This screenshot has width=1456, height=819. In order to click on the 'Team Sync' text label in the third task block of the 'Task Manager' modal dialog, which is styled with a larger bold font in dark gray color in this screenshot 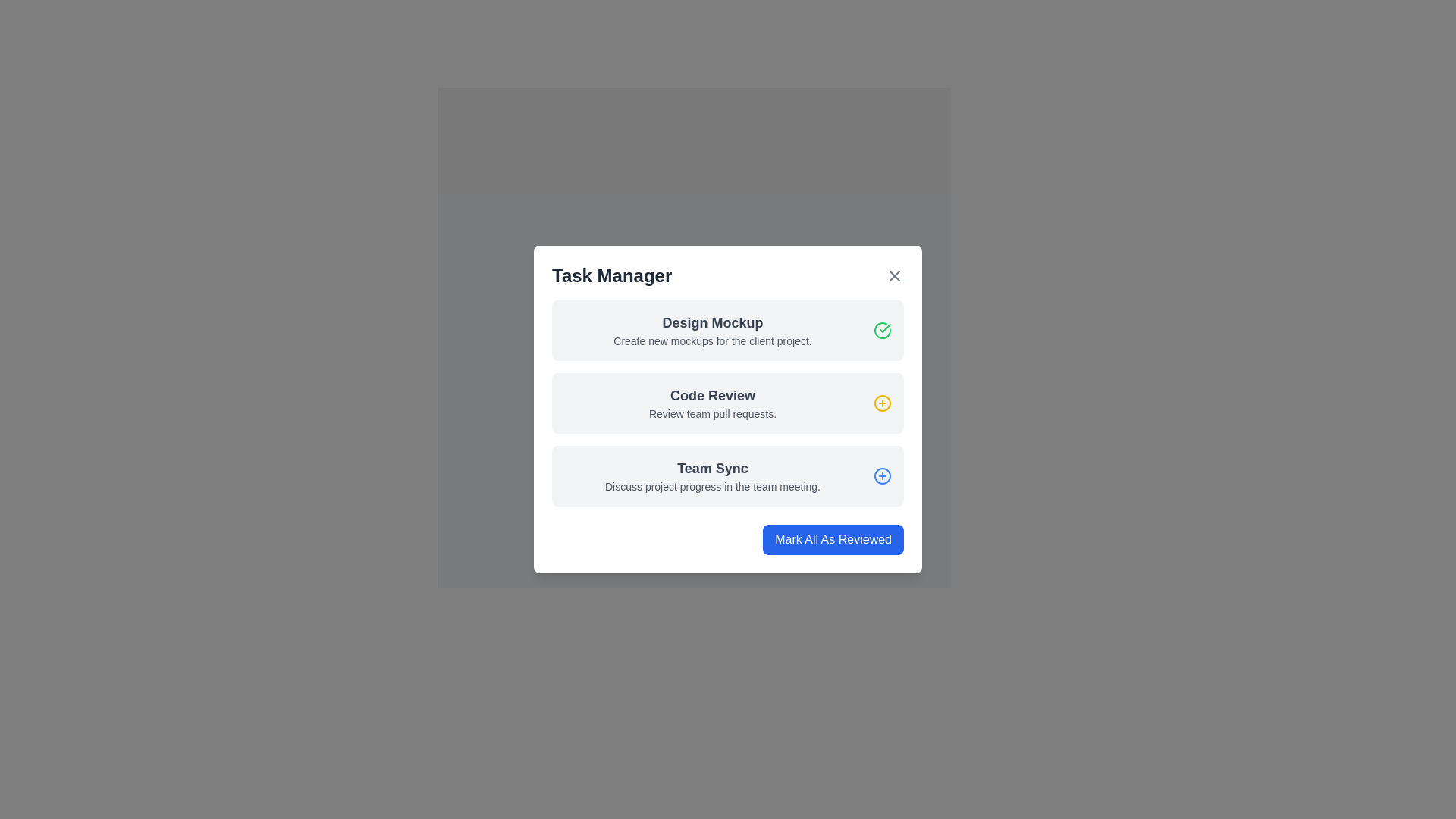, I will do `click(712, 467)`.